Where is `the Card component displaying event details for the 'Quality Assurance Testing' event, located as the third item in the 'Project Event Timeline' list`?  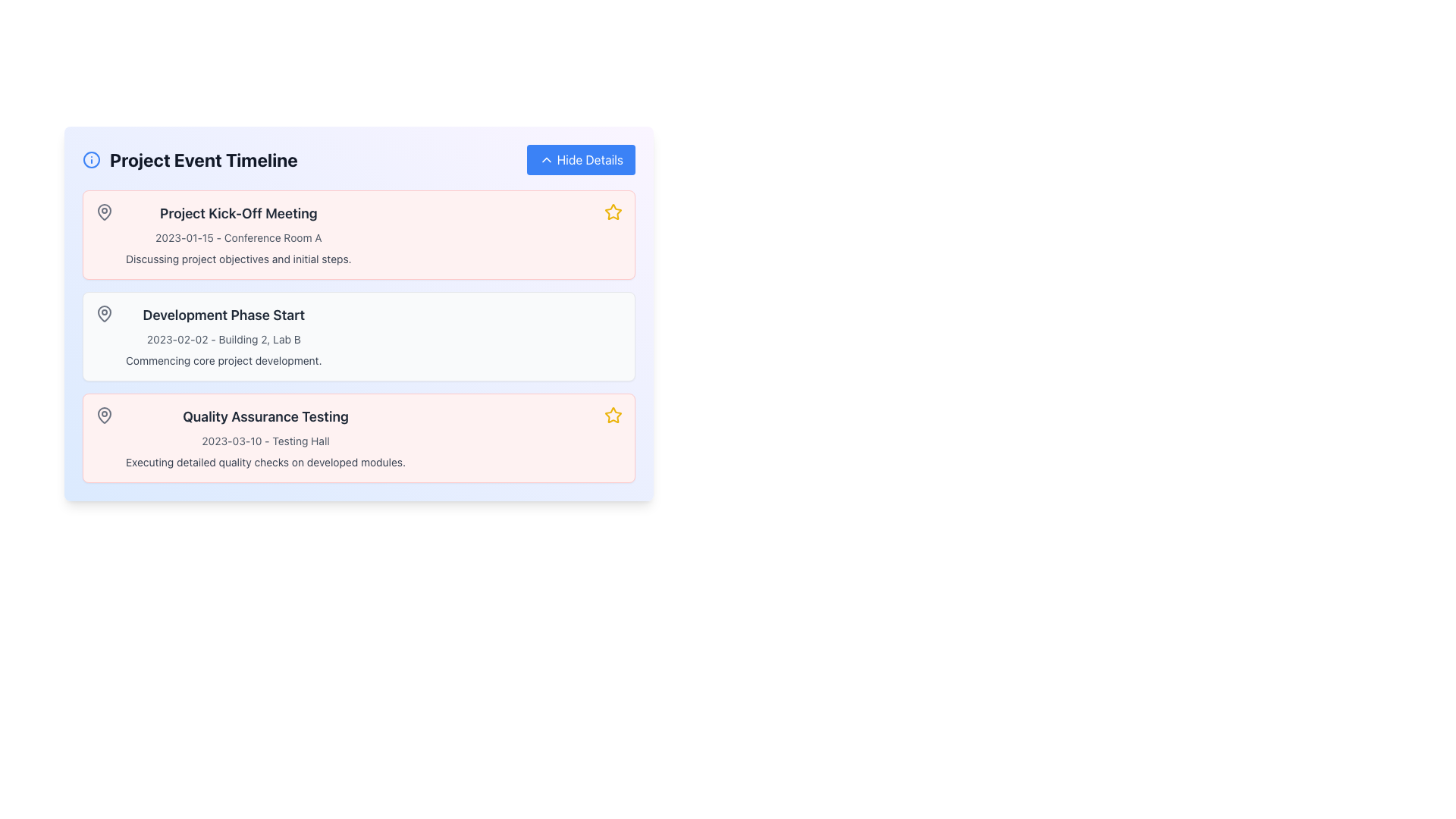
the Card component displaying event details for the 'Quality Assurance Testing' event, located as the third item in the 'Project Event Timeline' list is located at coordinates (358, 438).